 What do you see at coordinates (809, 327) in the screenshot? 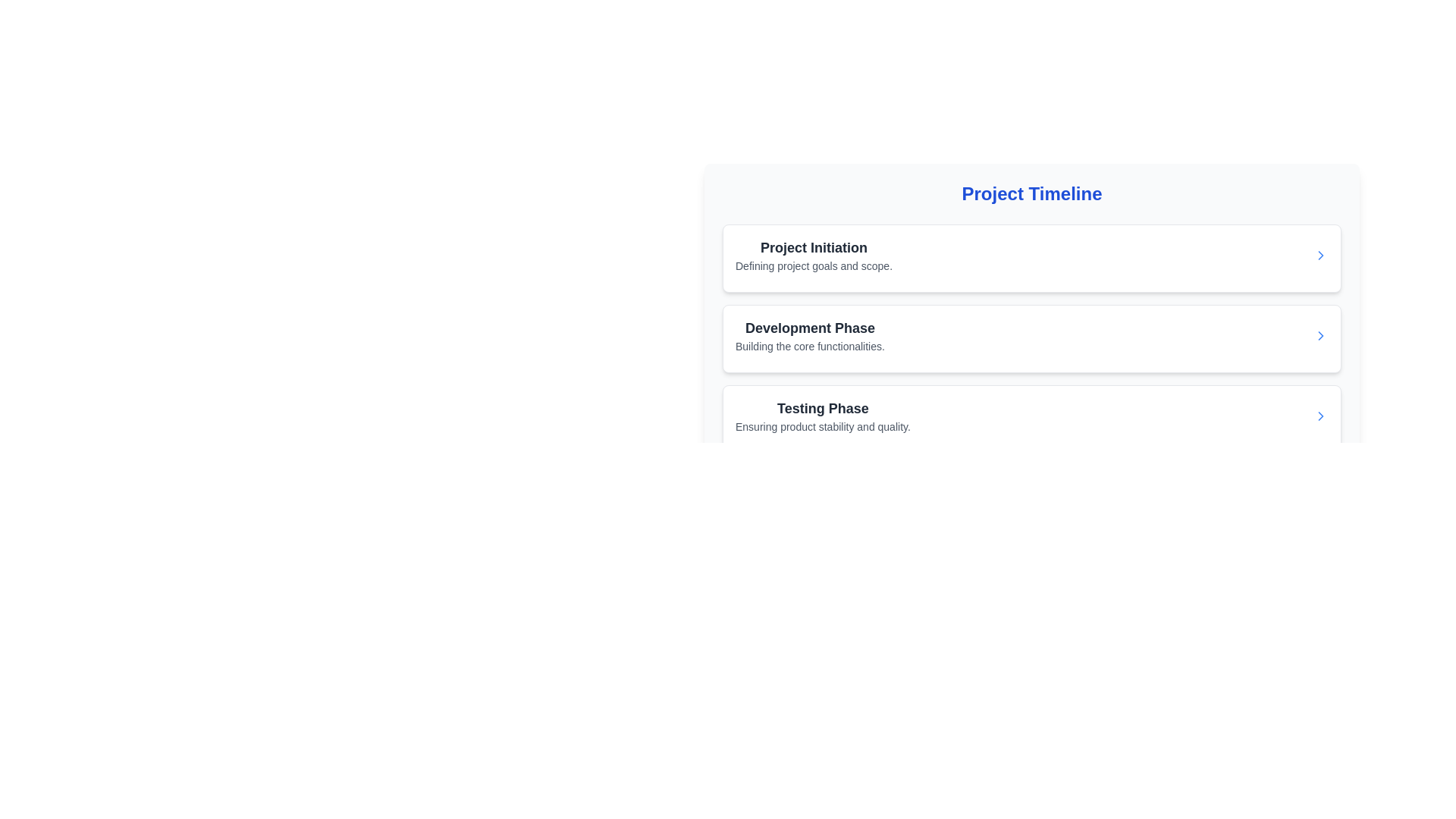
I see `the bold text element displaying 'Development Phase'` at bounding box center [809, 327].